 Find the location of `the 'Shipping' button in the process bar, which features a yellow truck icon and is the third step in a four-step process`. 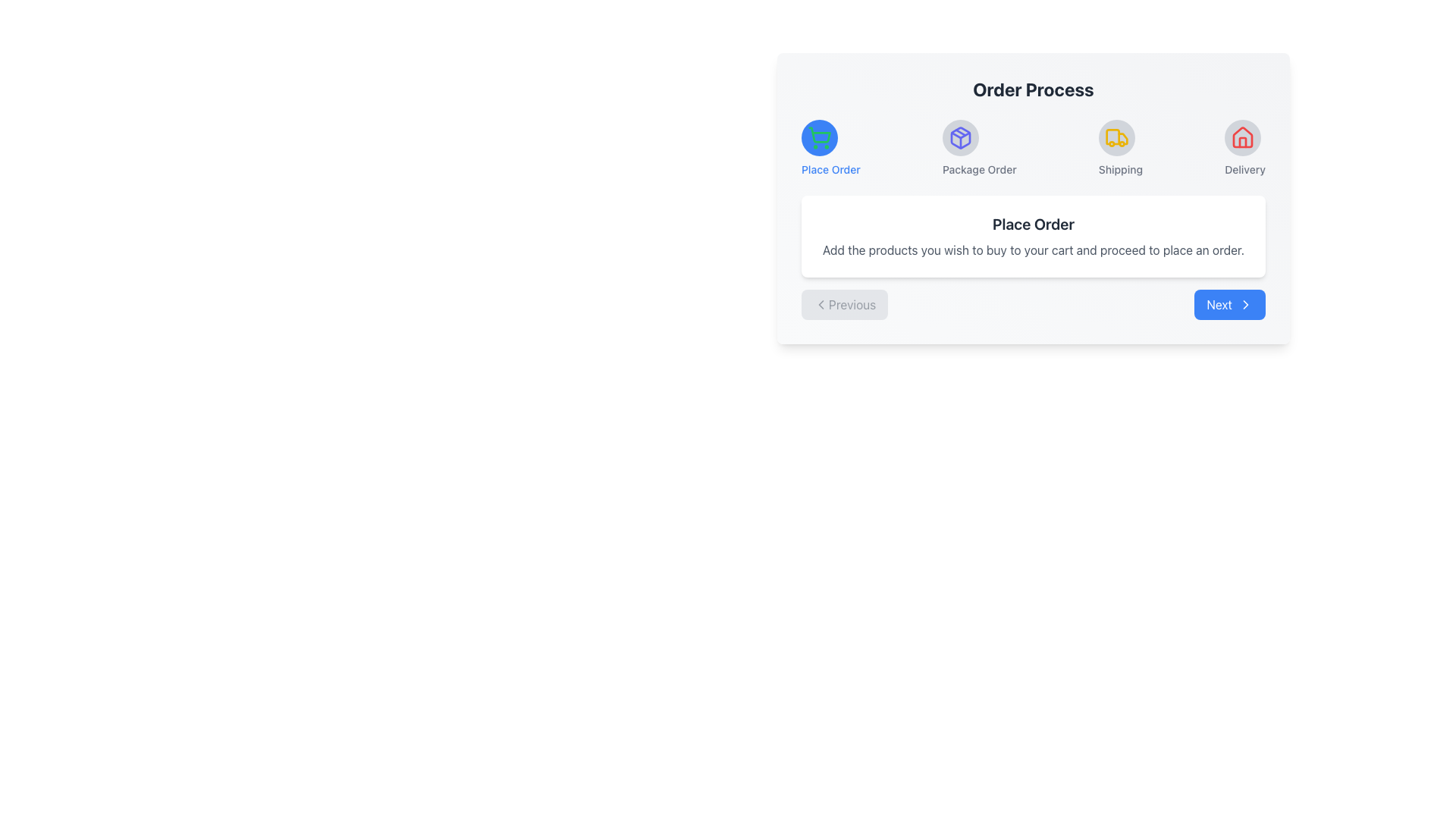

the 'Shipping' button in the process bar, which features a yellow truck icon and is the third step in a four-step process is located at coordinates (1121, 149).